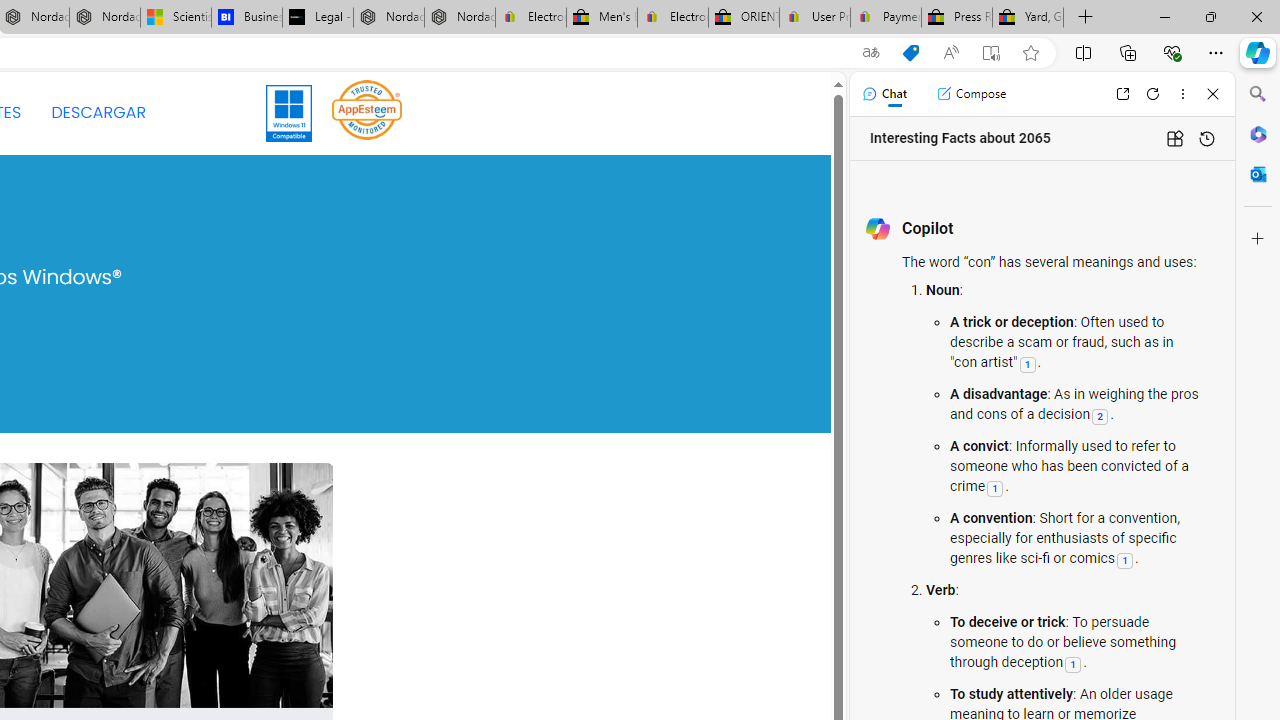 This screenshot has width=1280, height=720. Describe the element at coordinates (971, 93) in the screenshot. I see `'Compose'` at that location.